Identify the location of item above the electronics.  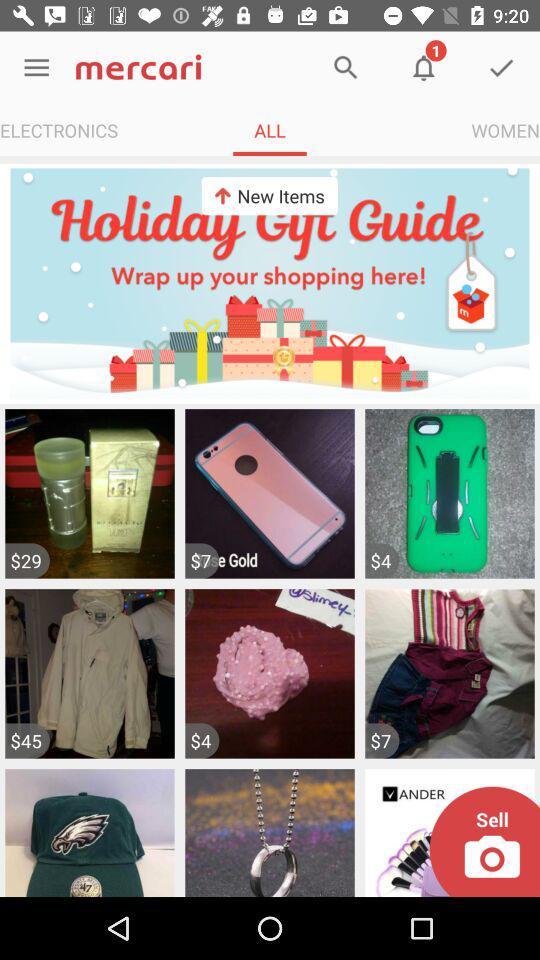
(36, 68).